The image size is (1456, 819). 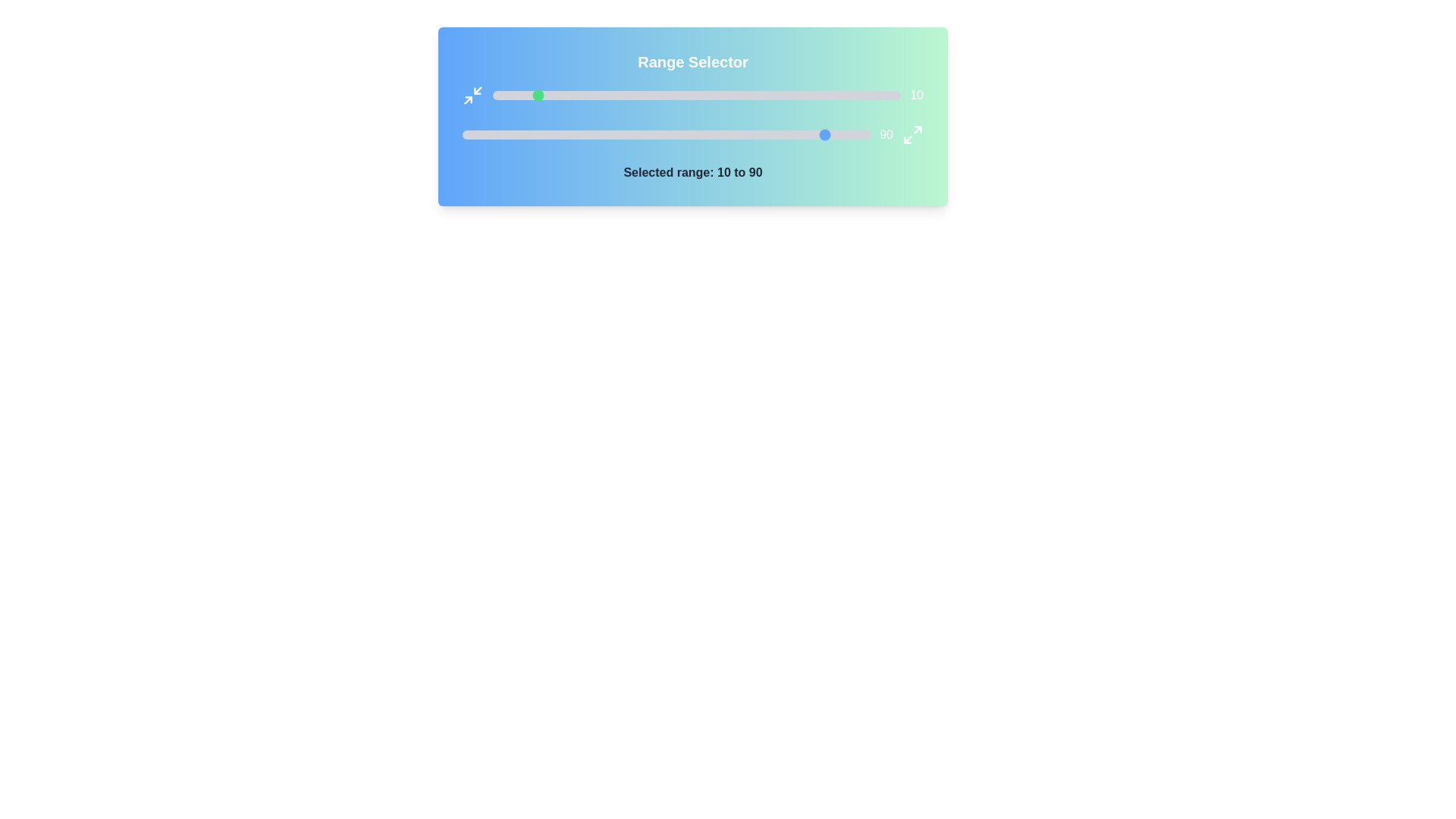 I want to click on the slider, so click(x=664, y=96).